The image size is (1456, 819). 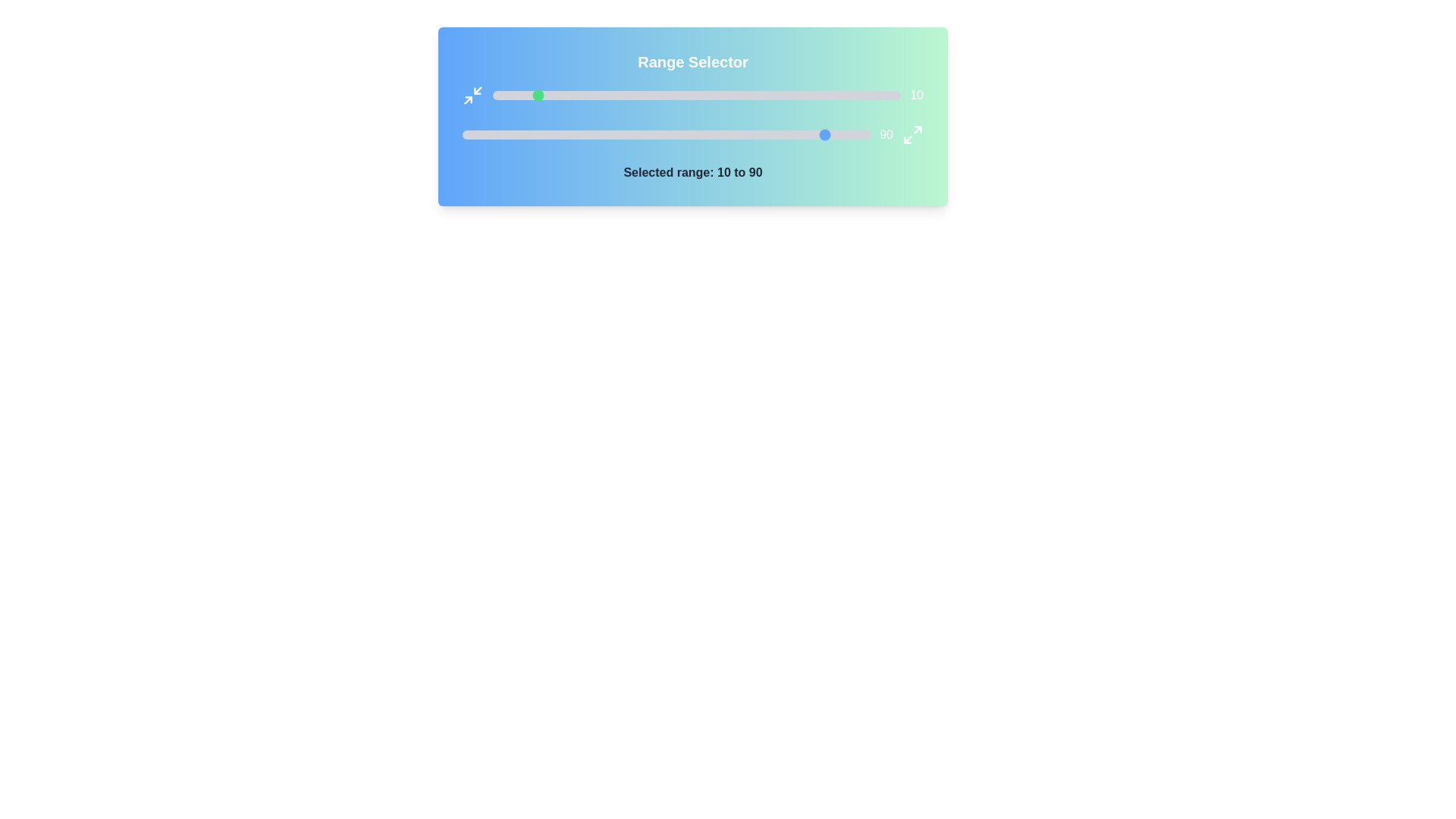 I want to click on the slider, so click(x=664, y=96).